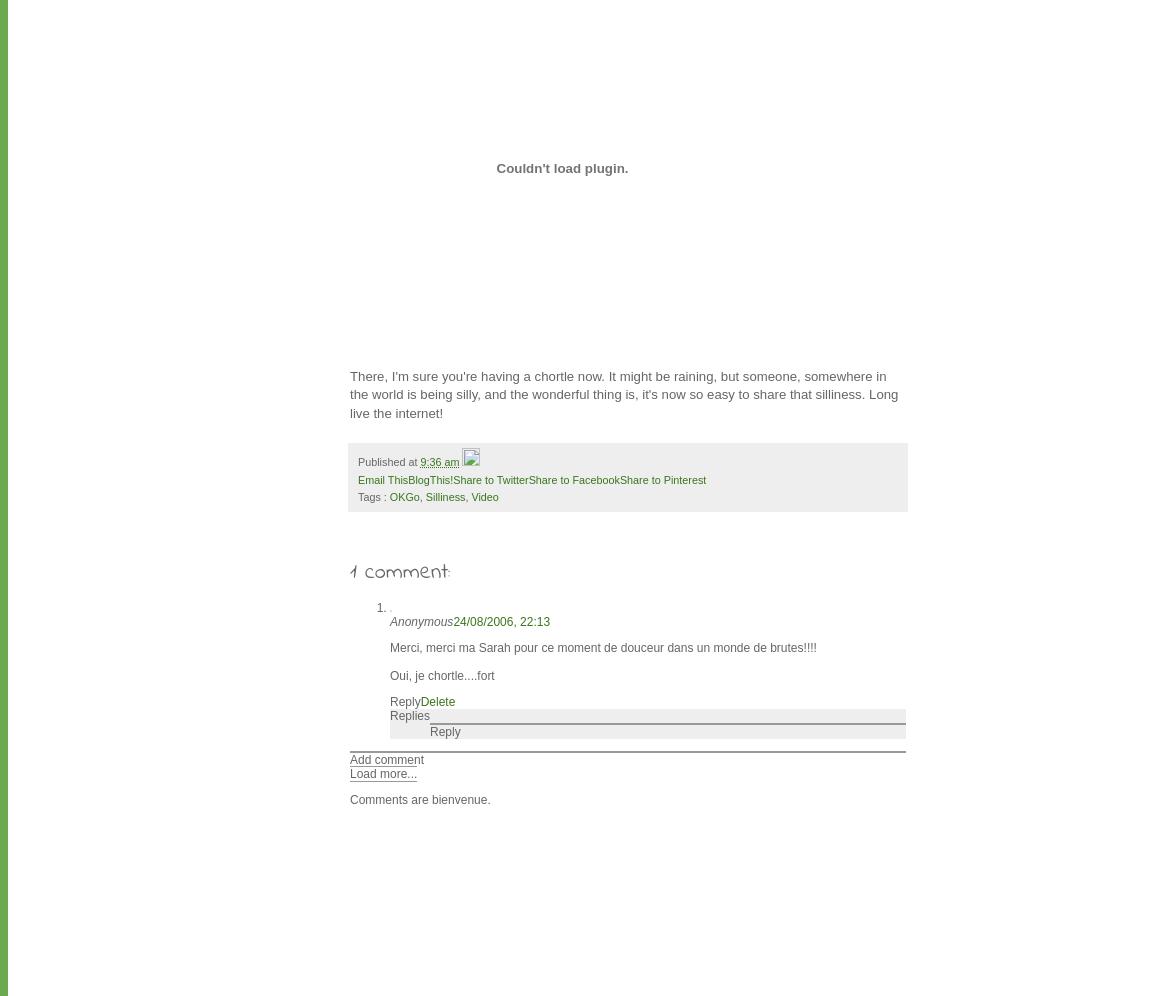 The image size is (1158, 996). Describe the element at coordinates (420, 798) in the screenshot. I see `'Comments are bienvenue.'` at that location.